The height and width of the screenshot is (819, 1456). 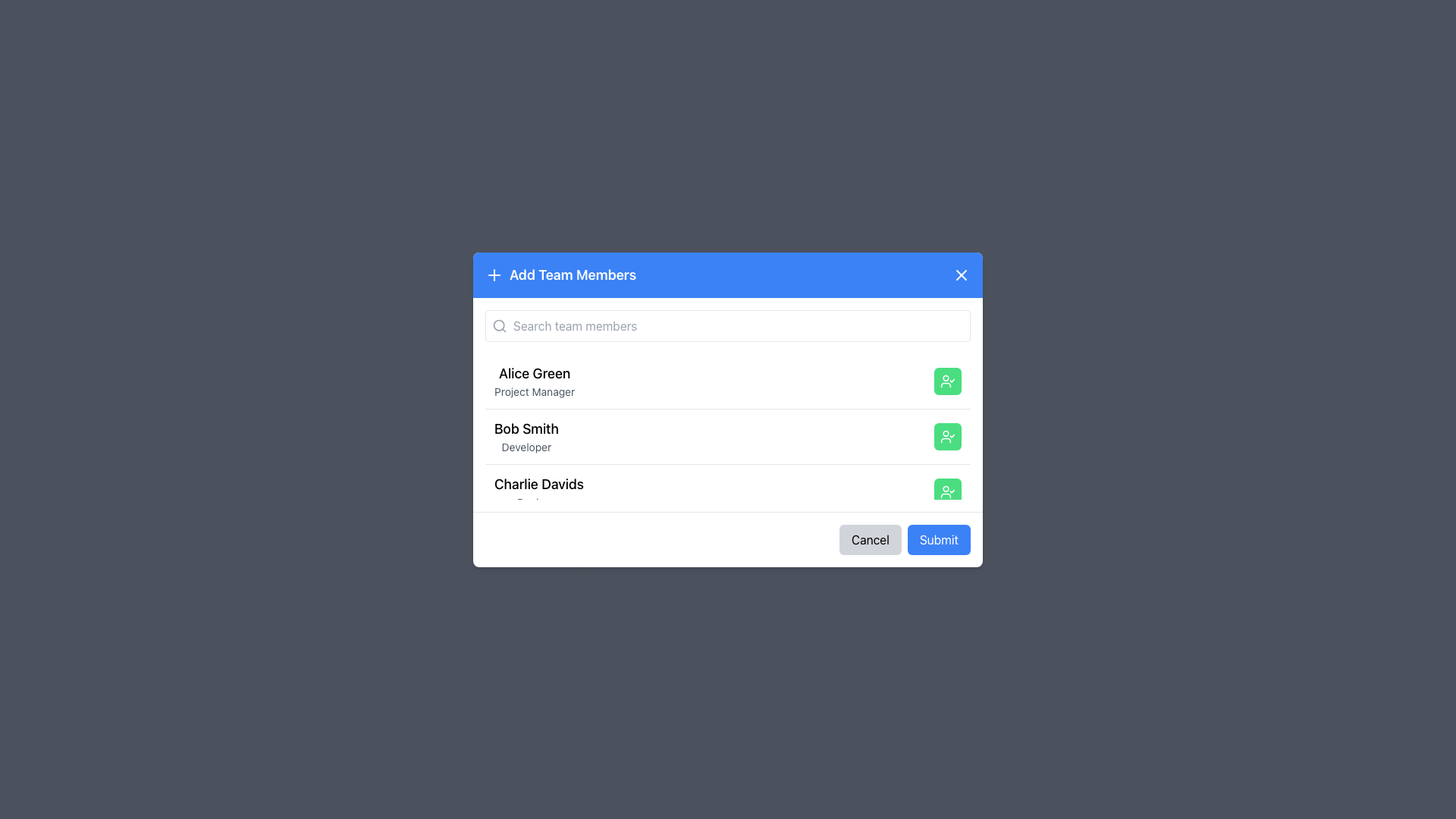 What do you see at coordinates (946, 435) in the screenshot?
I see `the small green rectangular button with a white user icon and checkmark, located on the right side of the 'Bob Smith, Developer' block to trigger its hover state` at bounding box center [946, 435].